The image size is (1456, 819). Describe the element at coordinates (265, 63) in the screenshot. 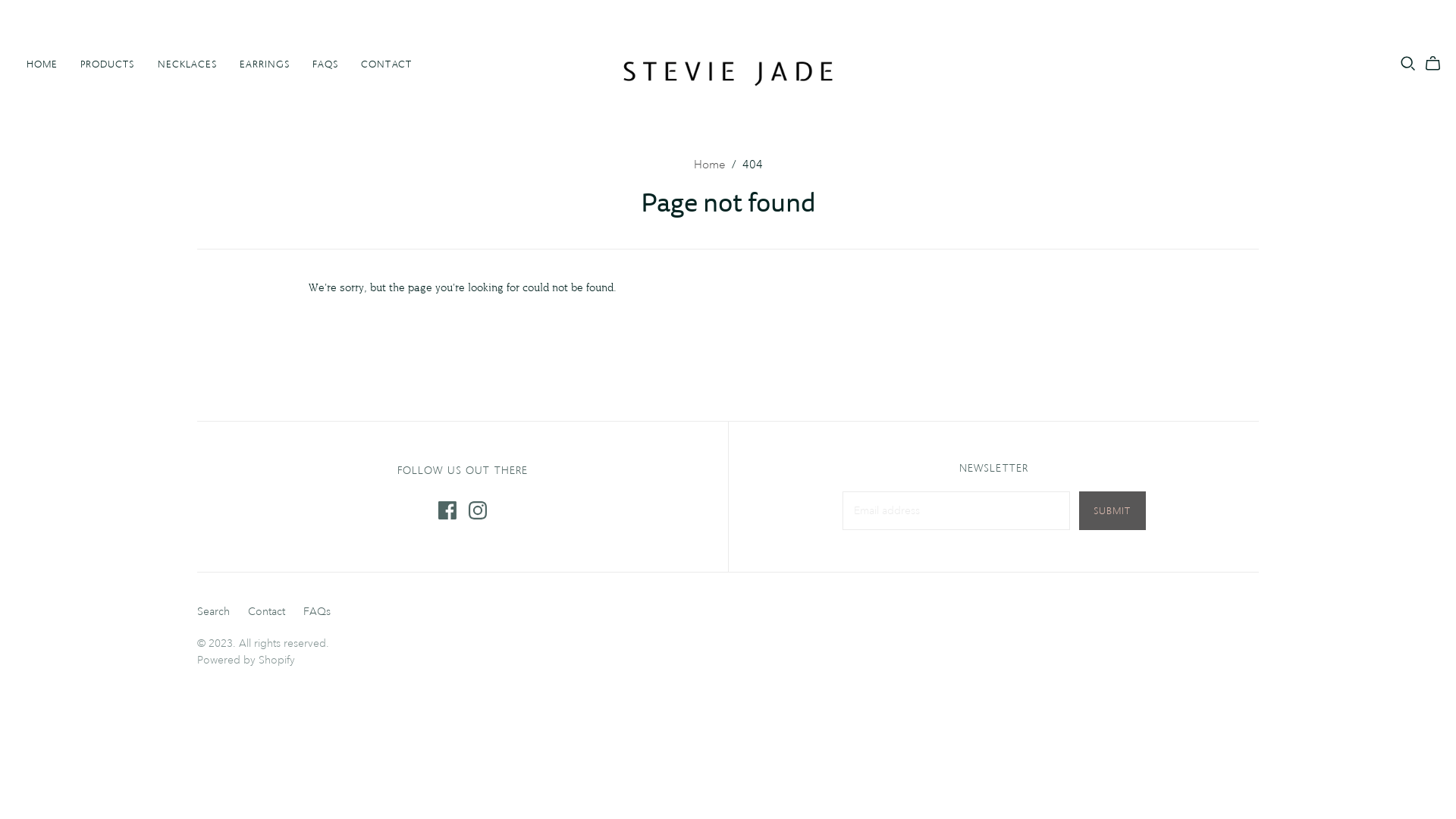

I see `'EARRINGS'` at that location.